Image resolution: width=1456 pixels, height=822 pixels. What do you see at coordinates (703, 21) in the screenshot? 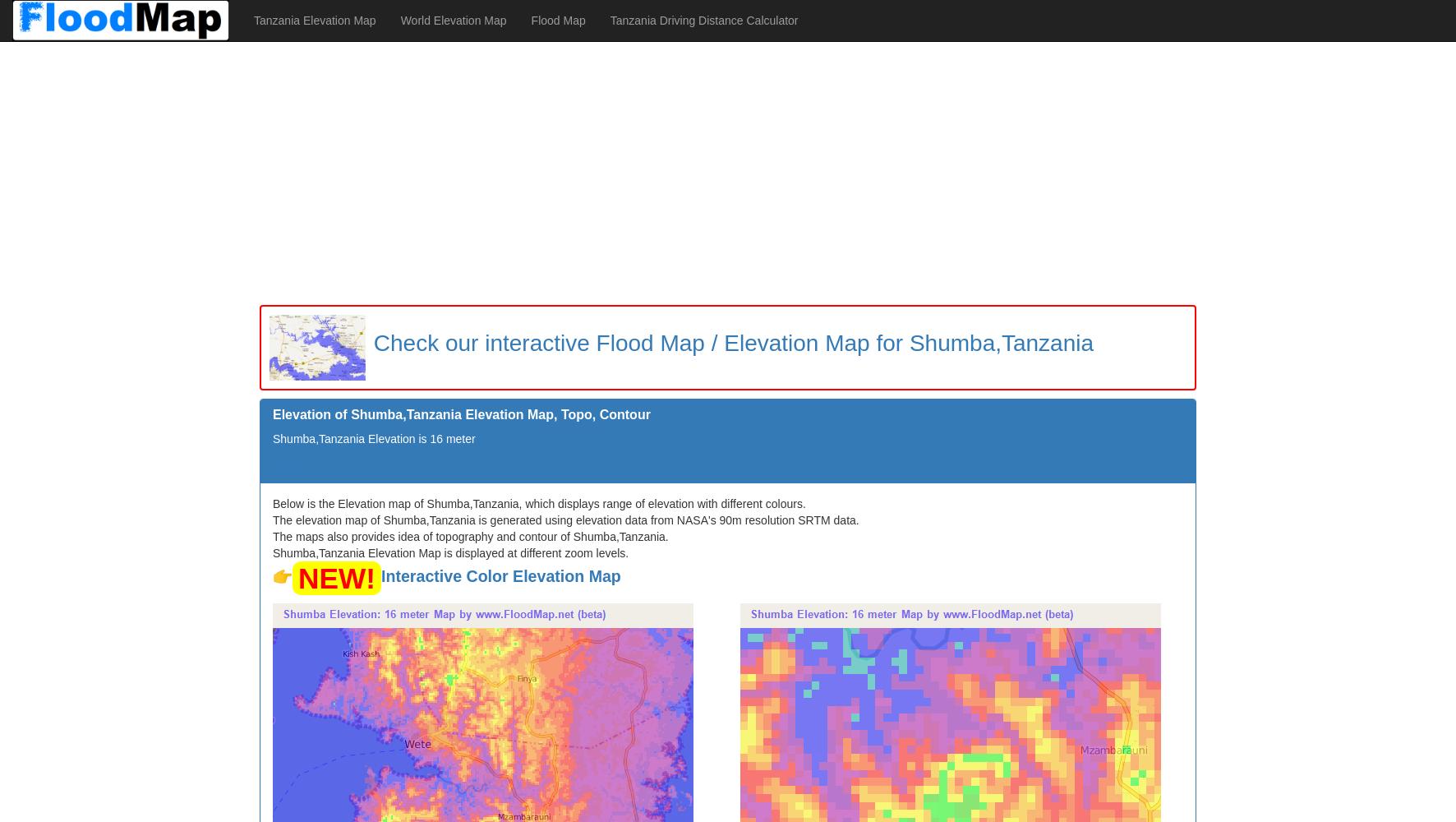
I see `'Tanzania Driving Distance Calculator'` at bounding box center [703, 21].